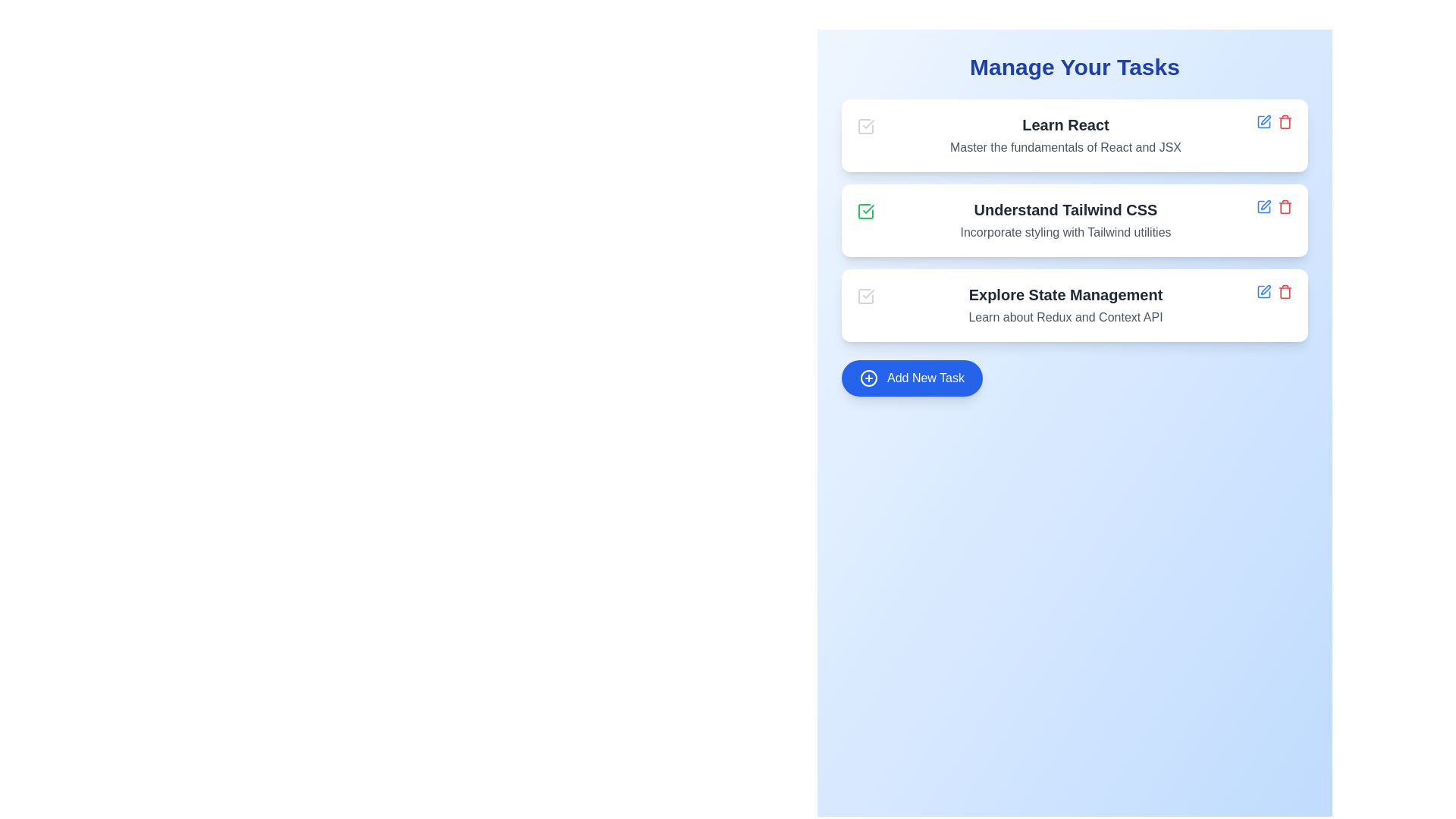 The image size is (1456, 819). I want to click on the circular graphic element with a plus symbol, located to the left of the 'Add New Task' button in the task management interface, so click(869, 377).